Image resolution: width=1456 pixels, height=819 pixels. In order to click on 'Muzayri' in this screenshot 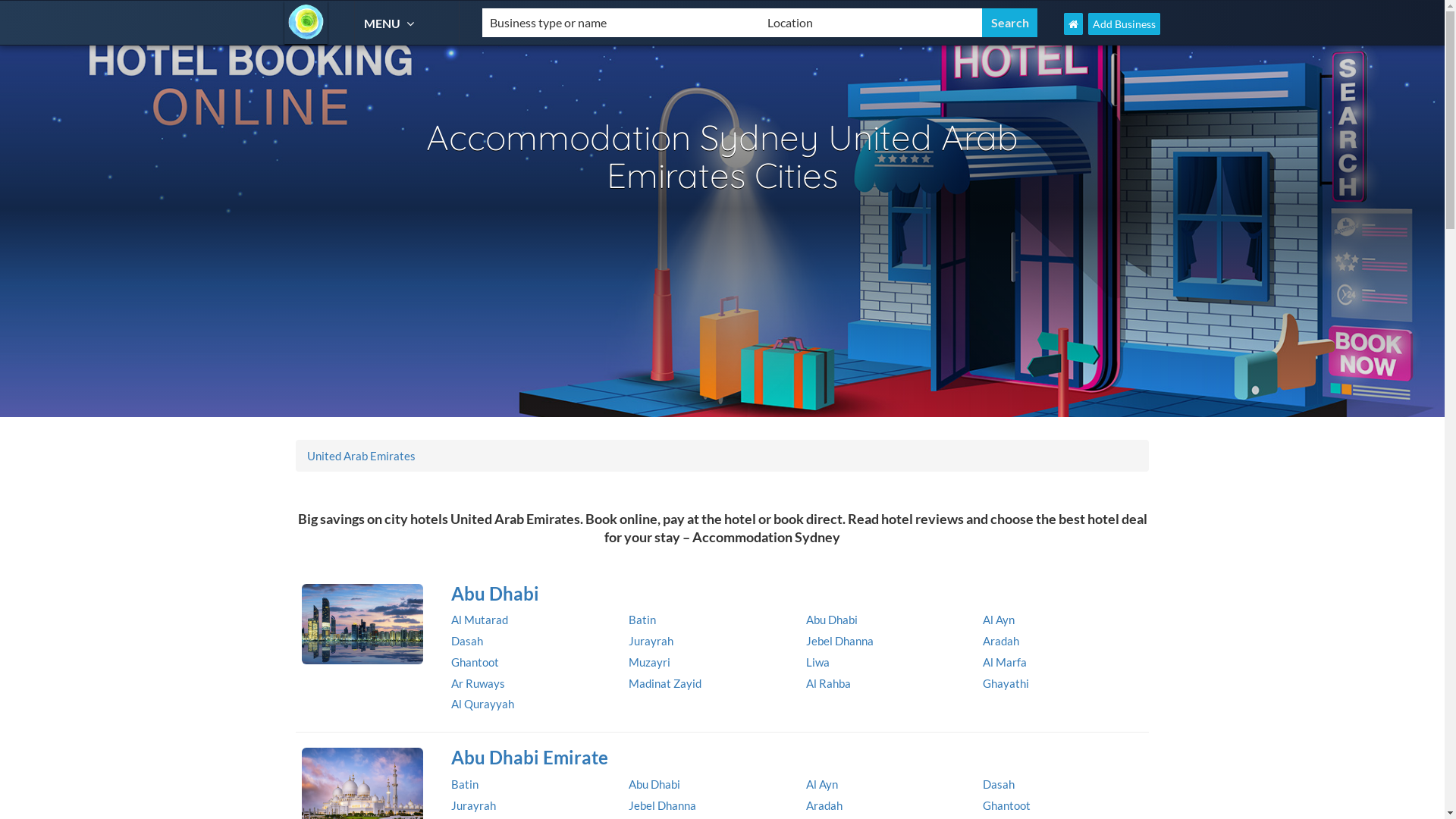, I will do `click(649, 661)`.